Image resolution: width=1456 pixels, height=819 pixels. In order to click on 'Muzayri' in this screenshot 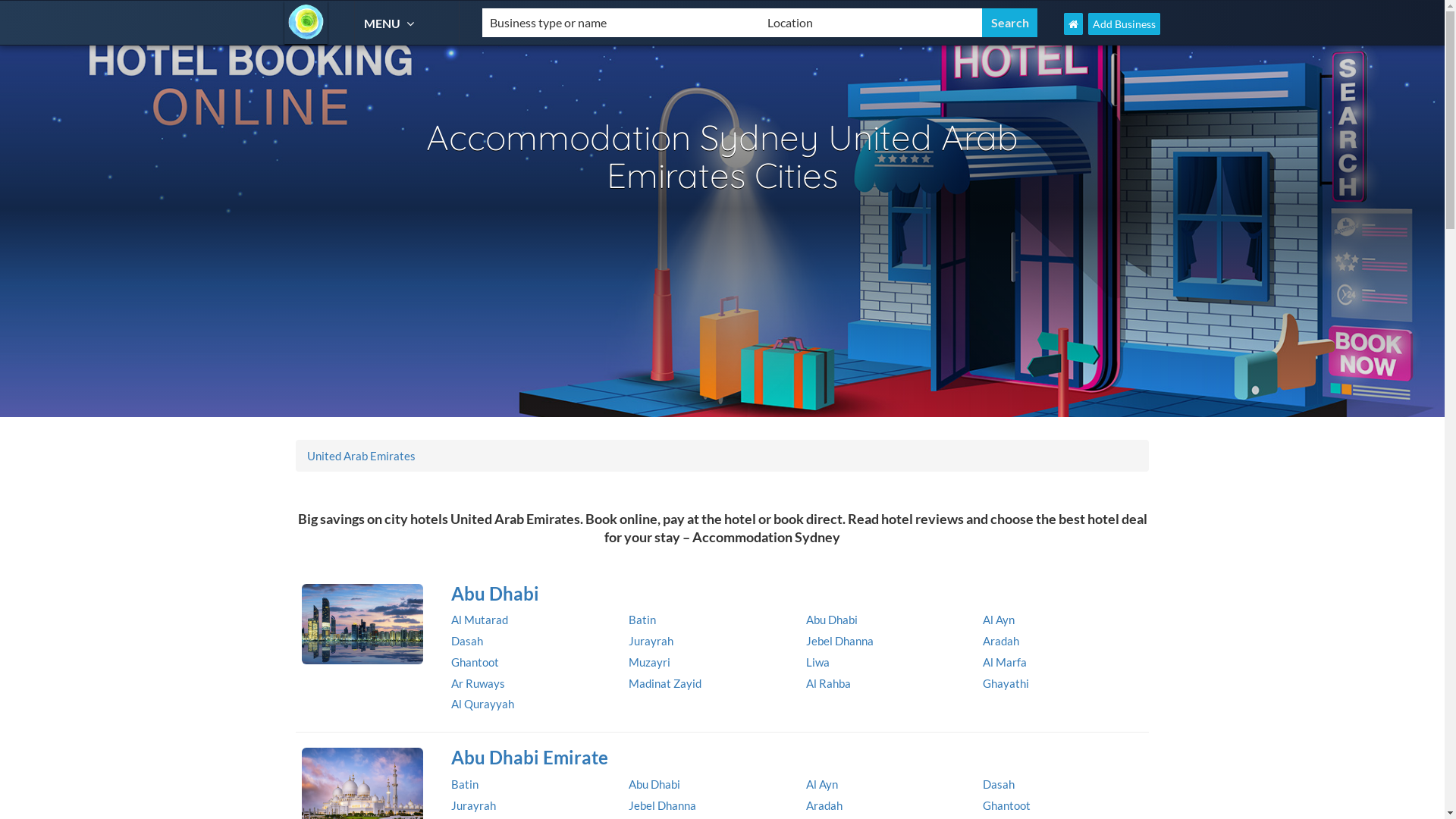, I will do `click(649, 661)`.